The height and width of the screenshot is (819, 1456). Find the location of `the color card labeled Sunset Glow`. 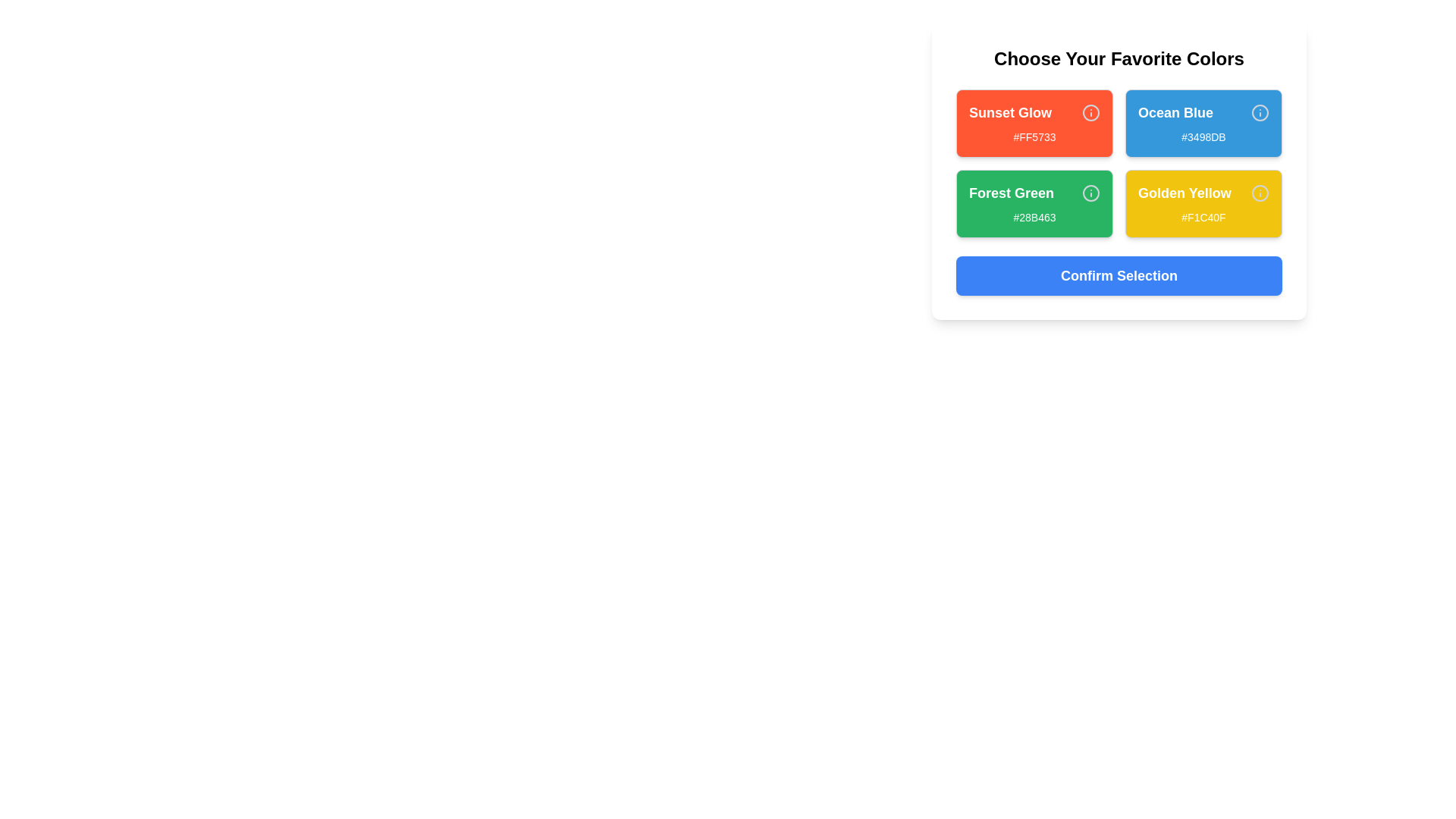

the color card labeled Sunset Glow is located at coordinates (1034, 122).